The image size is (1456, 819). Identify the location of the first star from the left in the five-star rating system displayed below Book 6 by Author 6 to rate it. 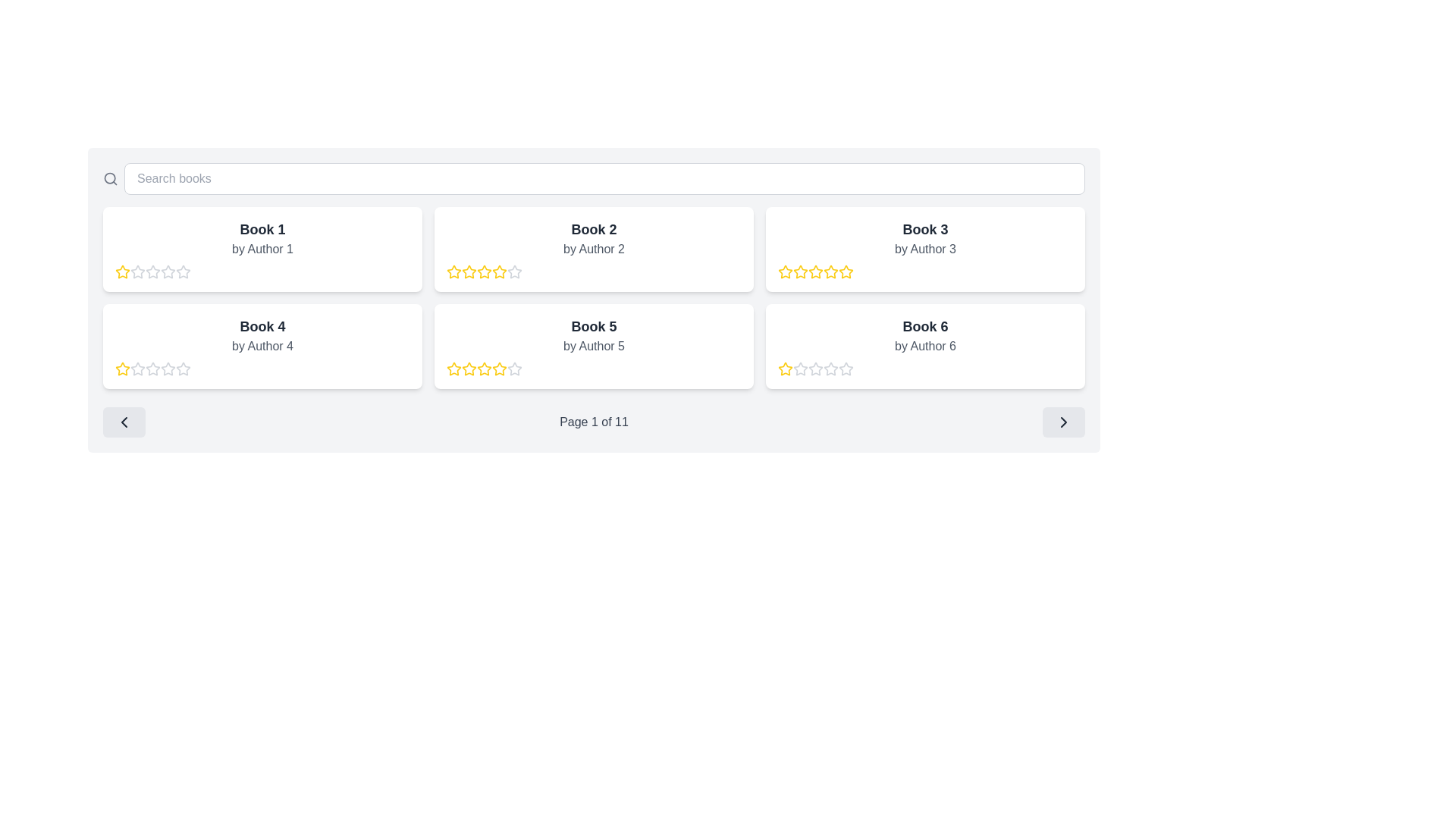
(785, 369).